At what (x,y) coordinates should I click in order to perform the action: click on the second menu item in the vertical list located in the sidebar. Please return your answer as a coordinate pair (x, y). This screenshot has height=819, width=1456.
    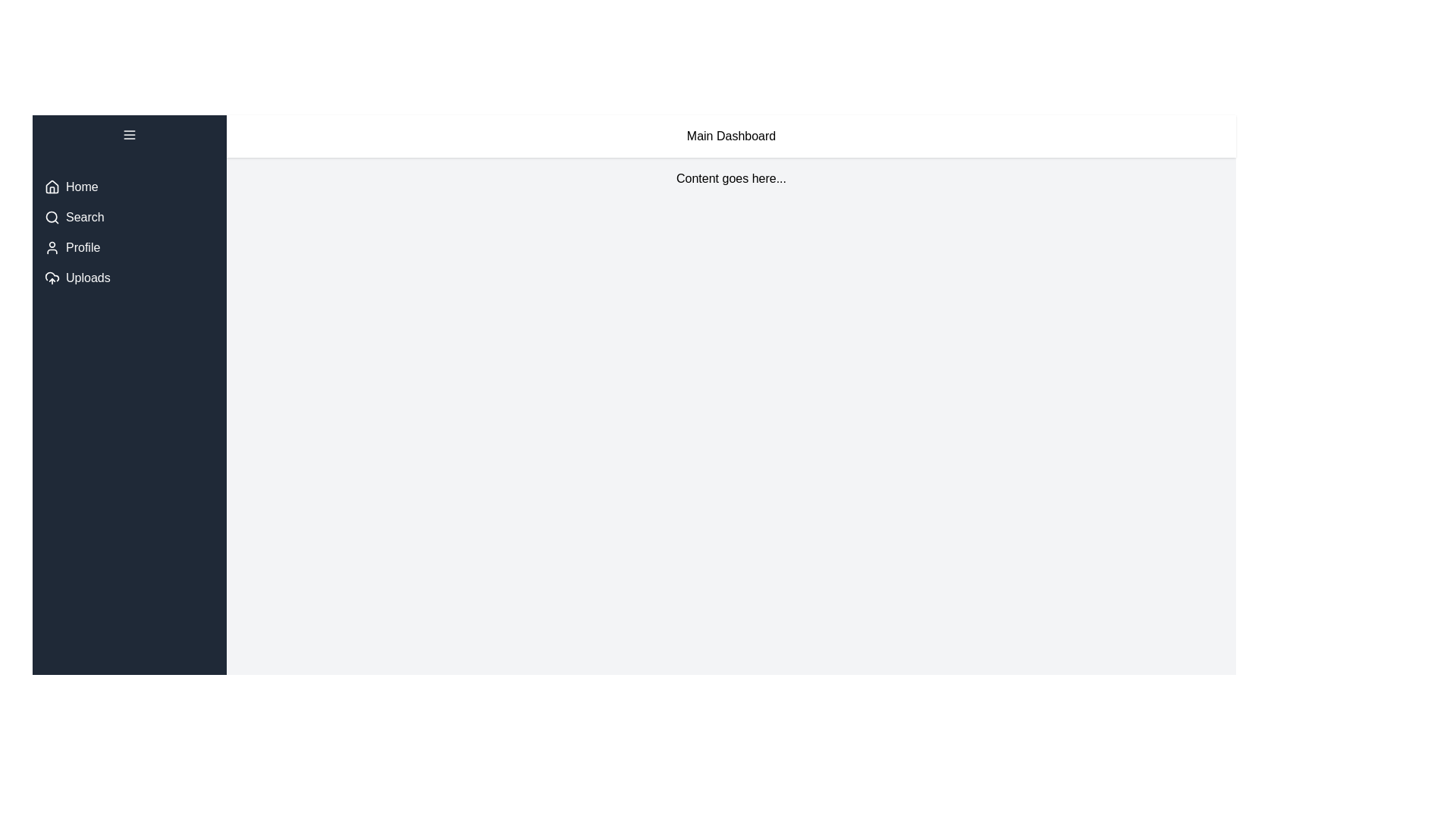
    Looking at the image, I should click on (130, 217).